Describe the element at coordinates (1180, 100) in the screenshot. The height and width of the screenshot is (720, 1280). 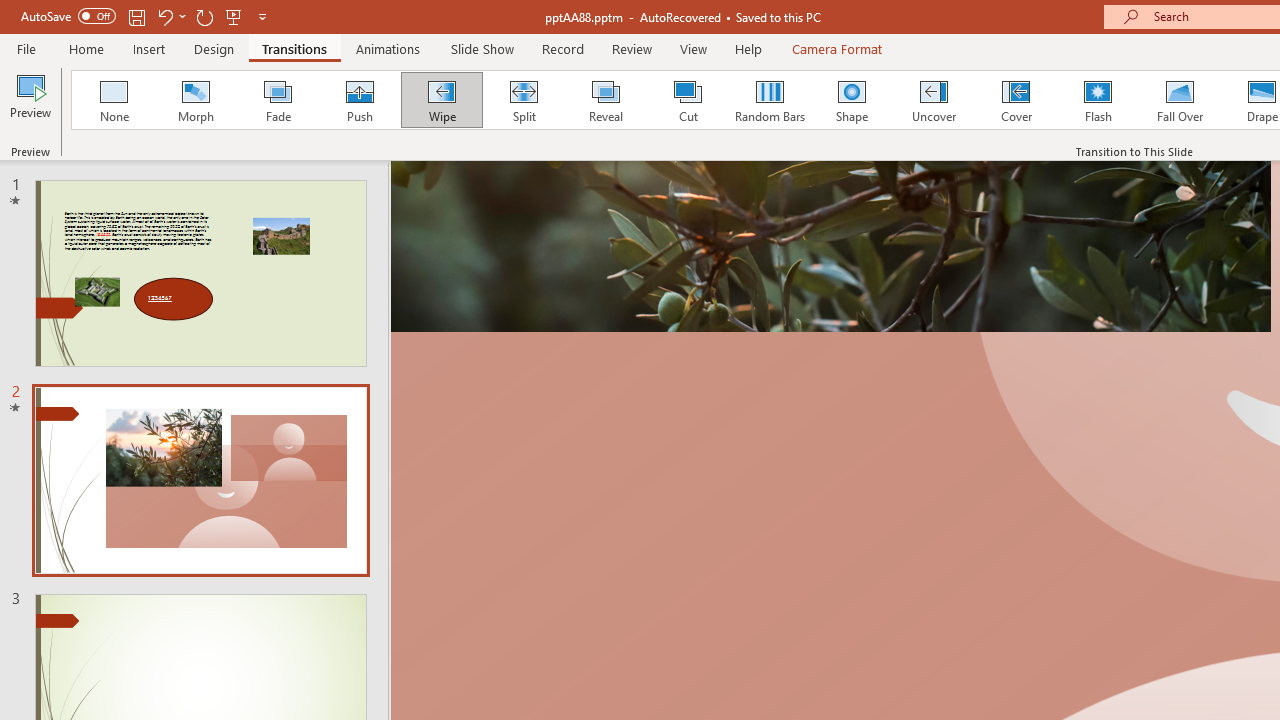
I see `'Fall Over'` at that location.